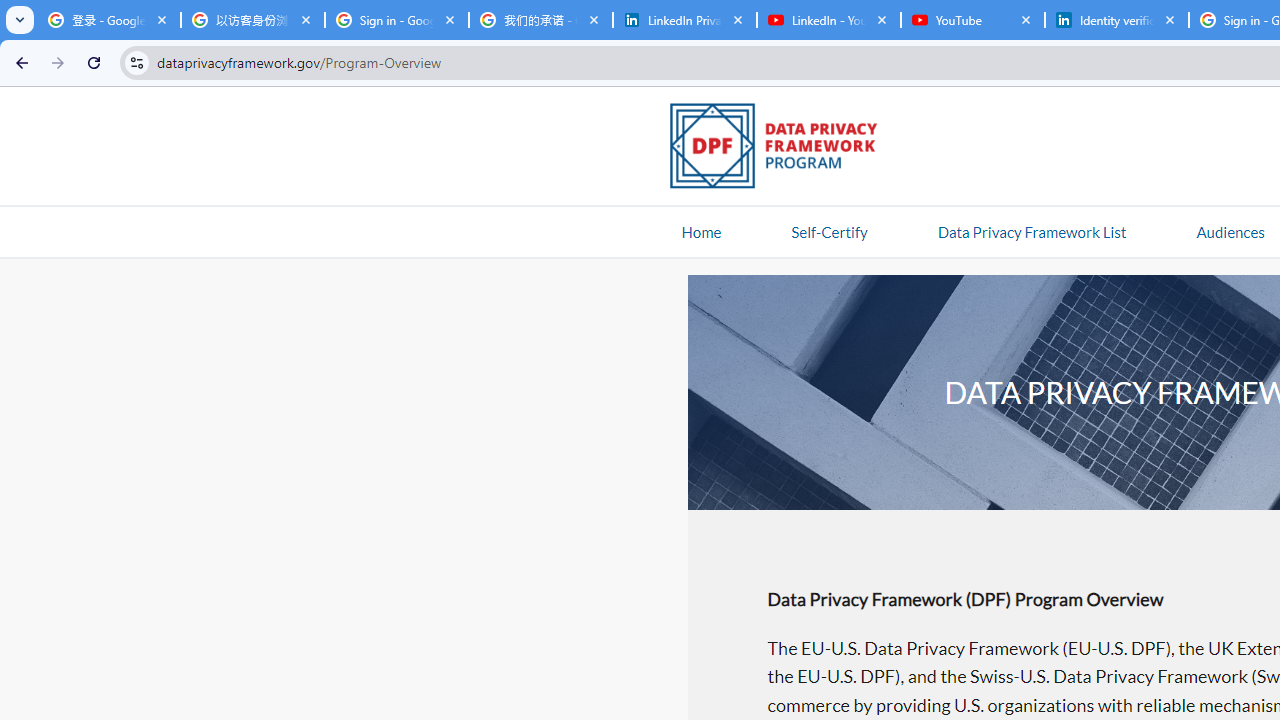 This screenshot has height=720, width=1280. What do you see at coordinates (829, 230) in the screenshot?
I see `'Self-Certify'` at bounding box center [829, 230].